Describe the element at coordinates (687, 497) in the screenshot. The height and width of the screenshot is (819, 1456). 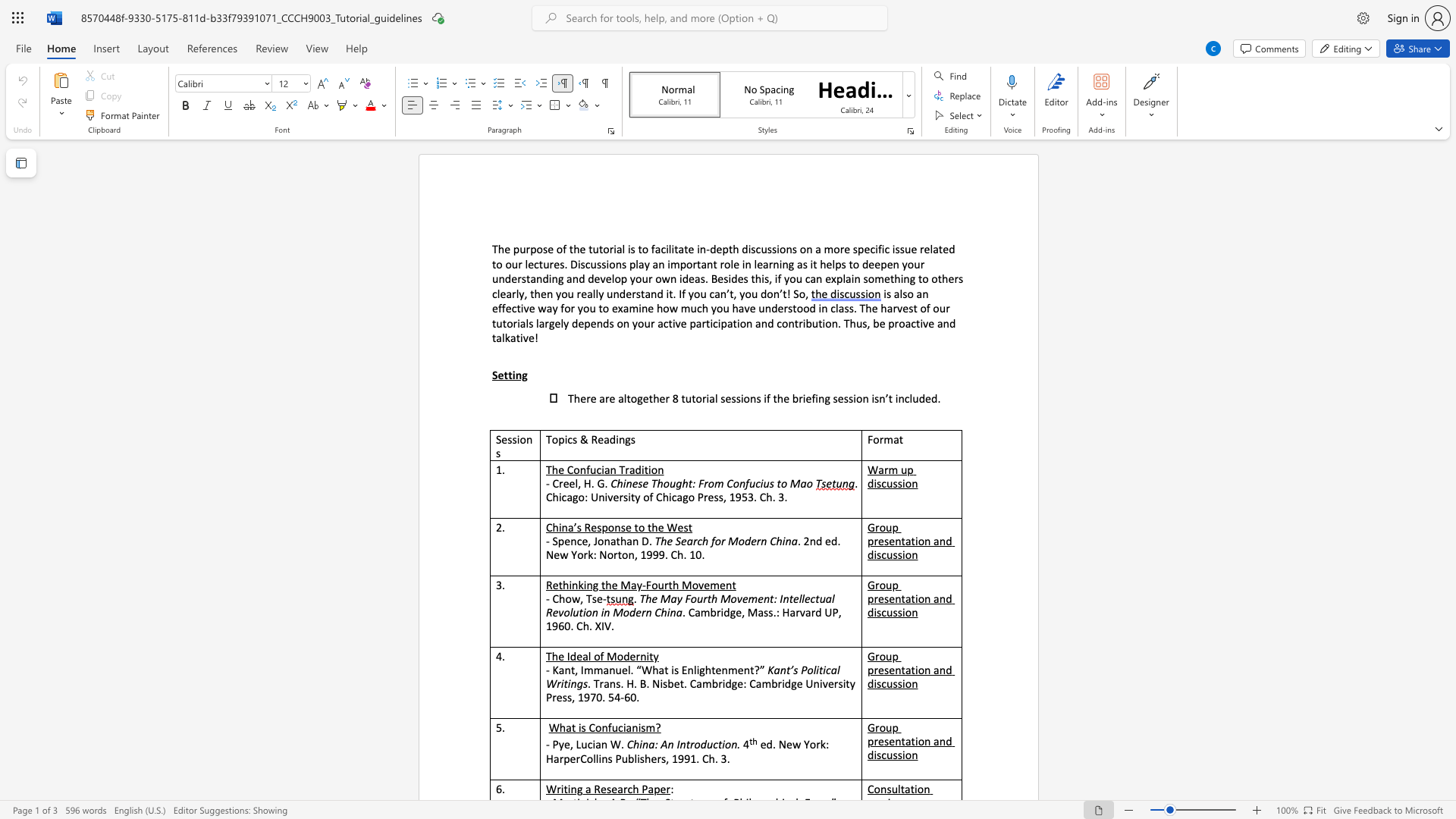
I see `the subset text "o Press, 1" within the text ". Chicago: University of Chicago Press, 1953. Ch. 3."` at that location.